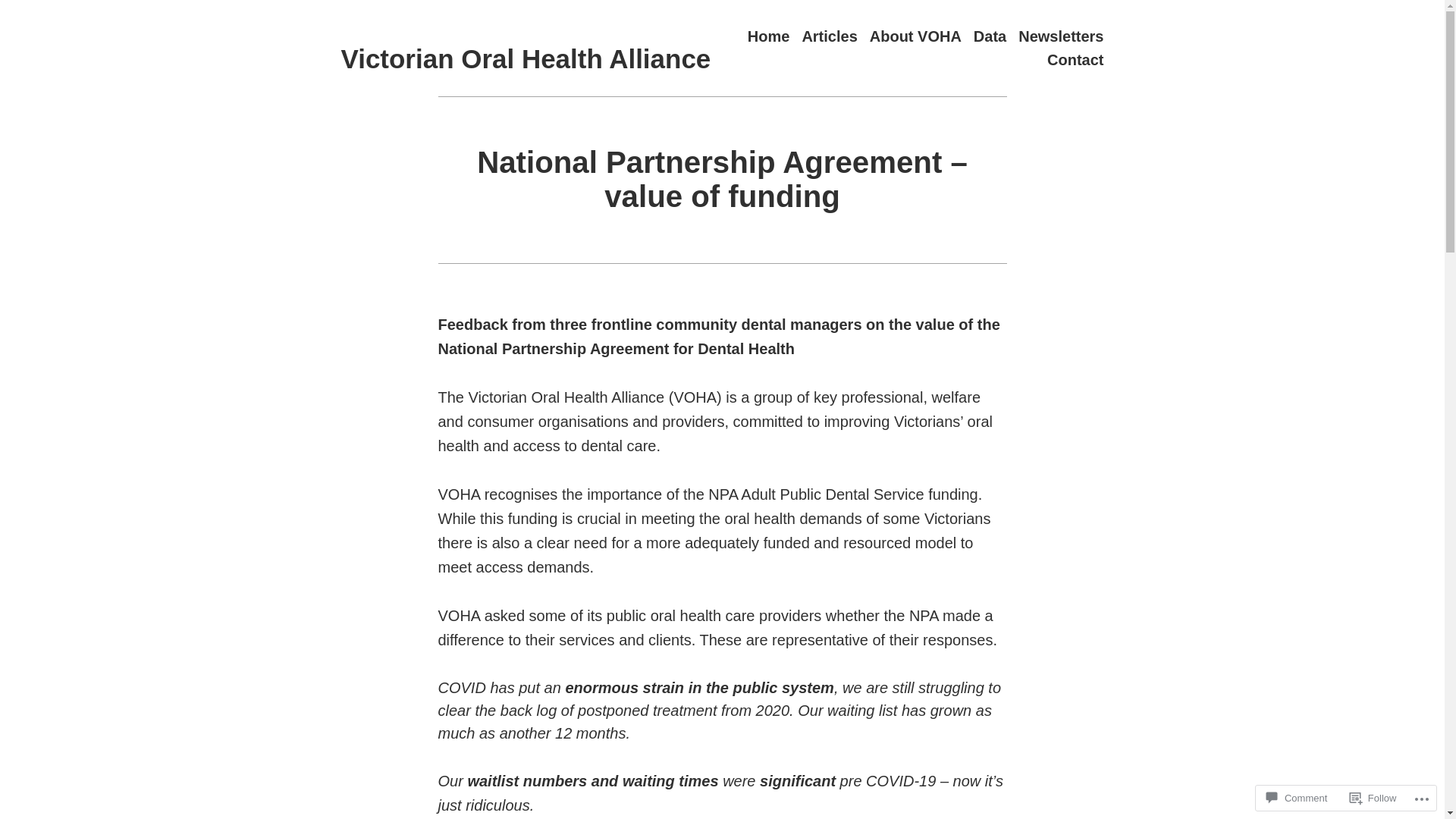 This screenshot has height=819, width=1456. Describe the element at coordinates (828, 35) in the screenshot. I see `'Articles'` at that location.